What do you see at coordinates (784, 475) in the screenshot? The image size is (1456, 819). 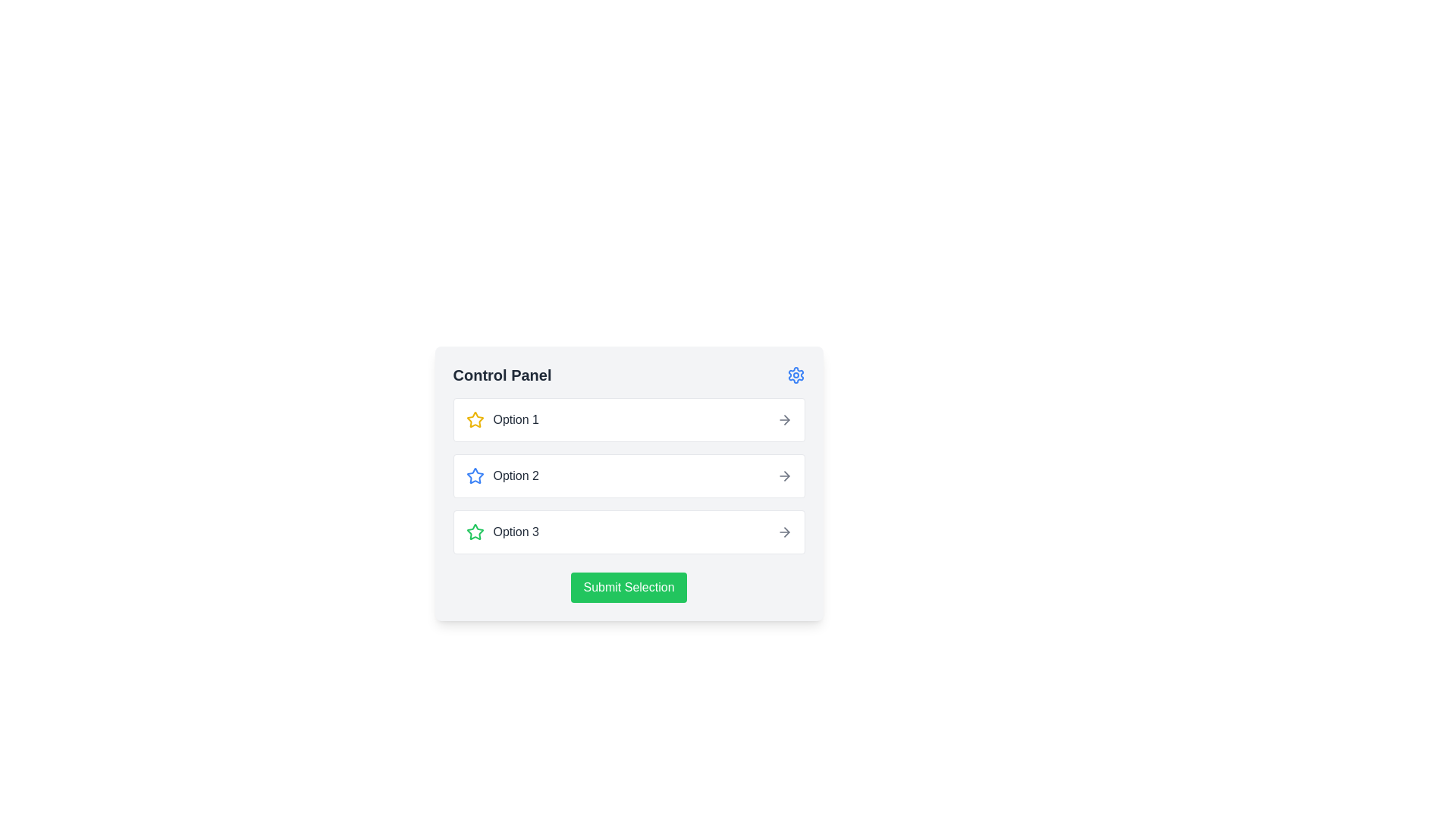 I see `the right-facing arrow icon button located within the 'Option 2' section` at bounding box center [784, 475].